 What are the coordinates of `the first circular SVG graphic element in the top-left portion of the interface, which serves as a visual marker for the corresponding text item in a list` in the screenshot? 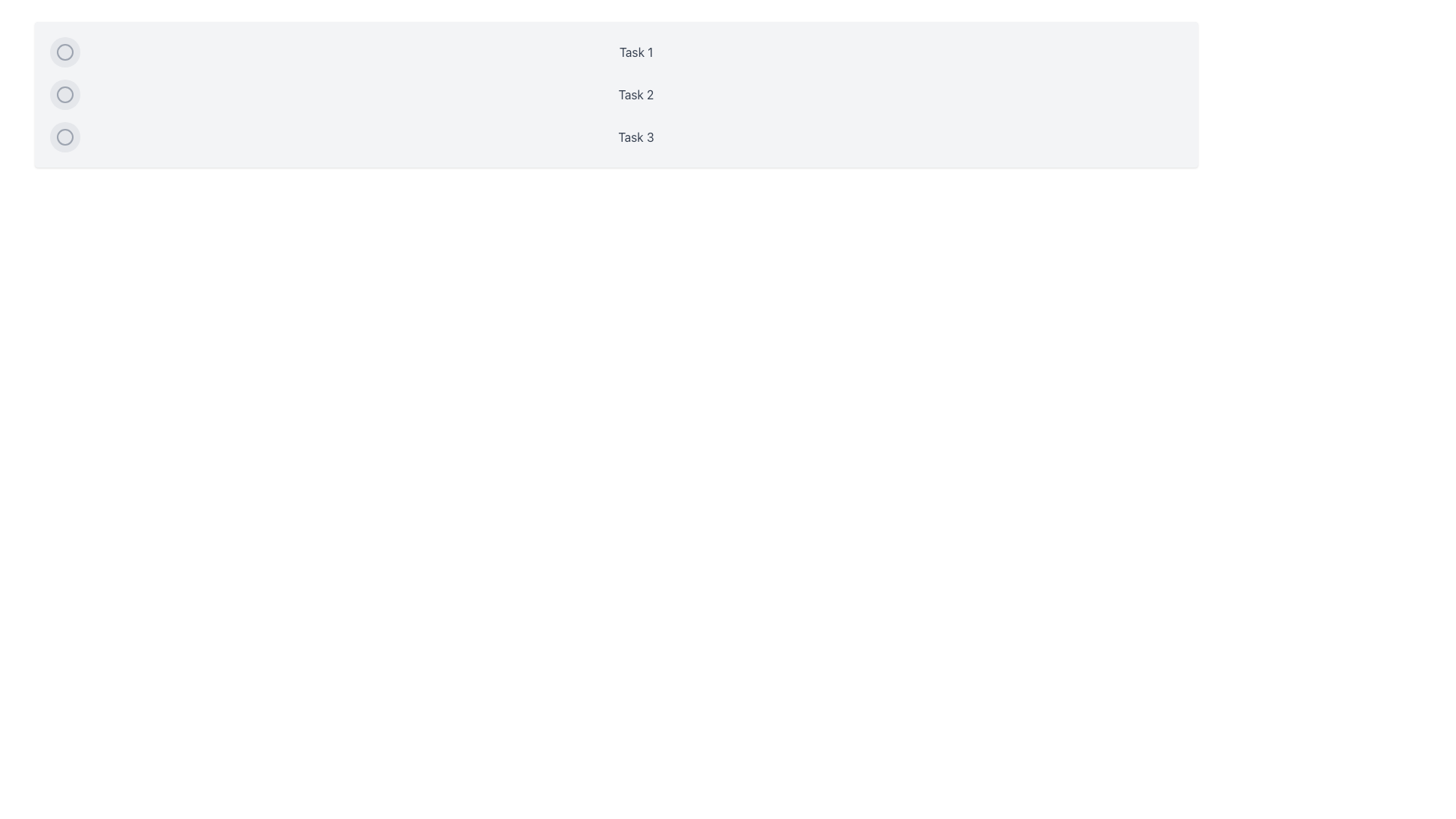 It's located at (64, 52).